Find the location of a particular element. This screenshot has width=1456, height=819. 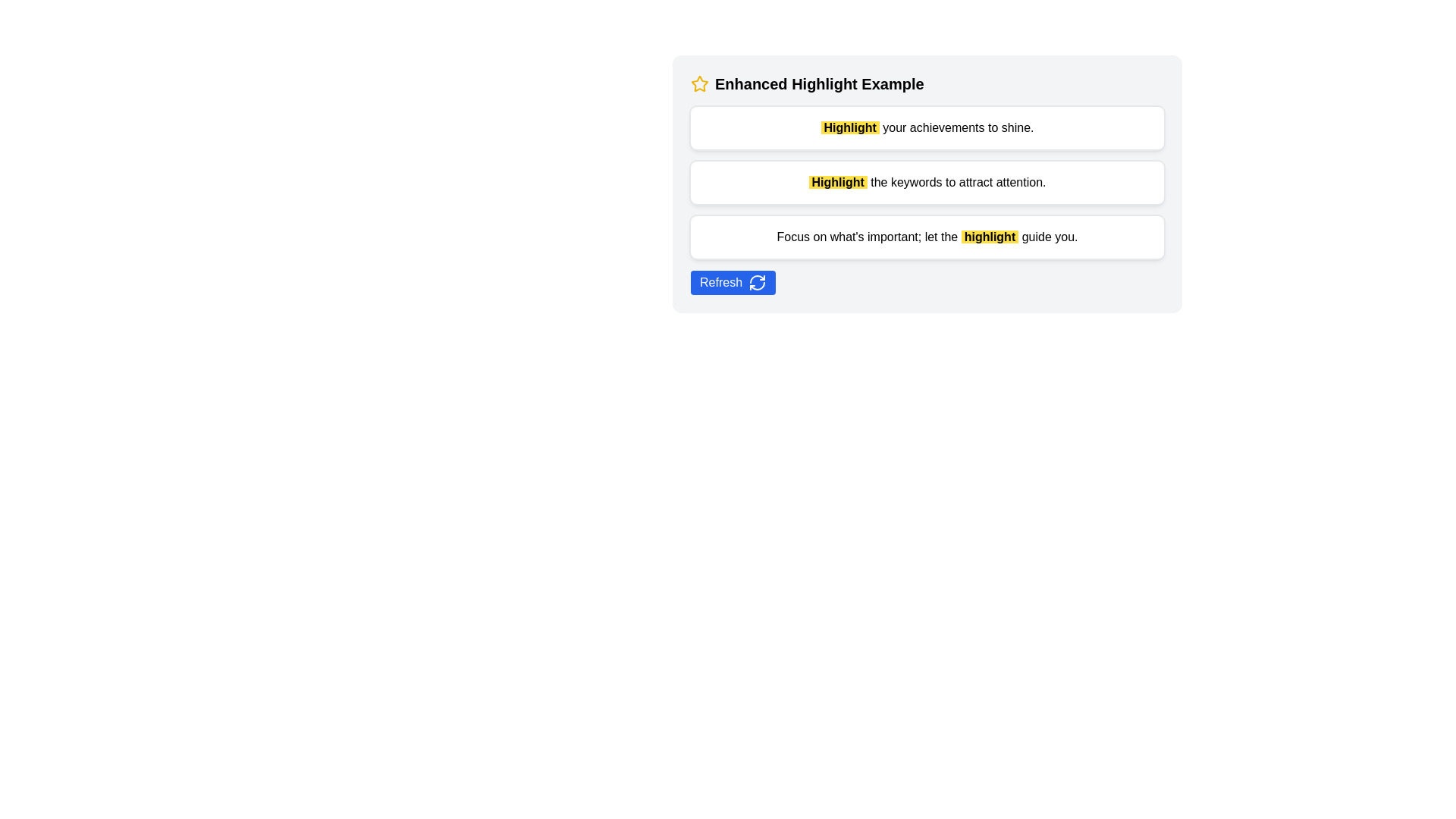

the visual style of the text label emphasizing the word 'highlight' in the phrase '...let the highlight guide you.' is located at coordinates (990, 237).